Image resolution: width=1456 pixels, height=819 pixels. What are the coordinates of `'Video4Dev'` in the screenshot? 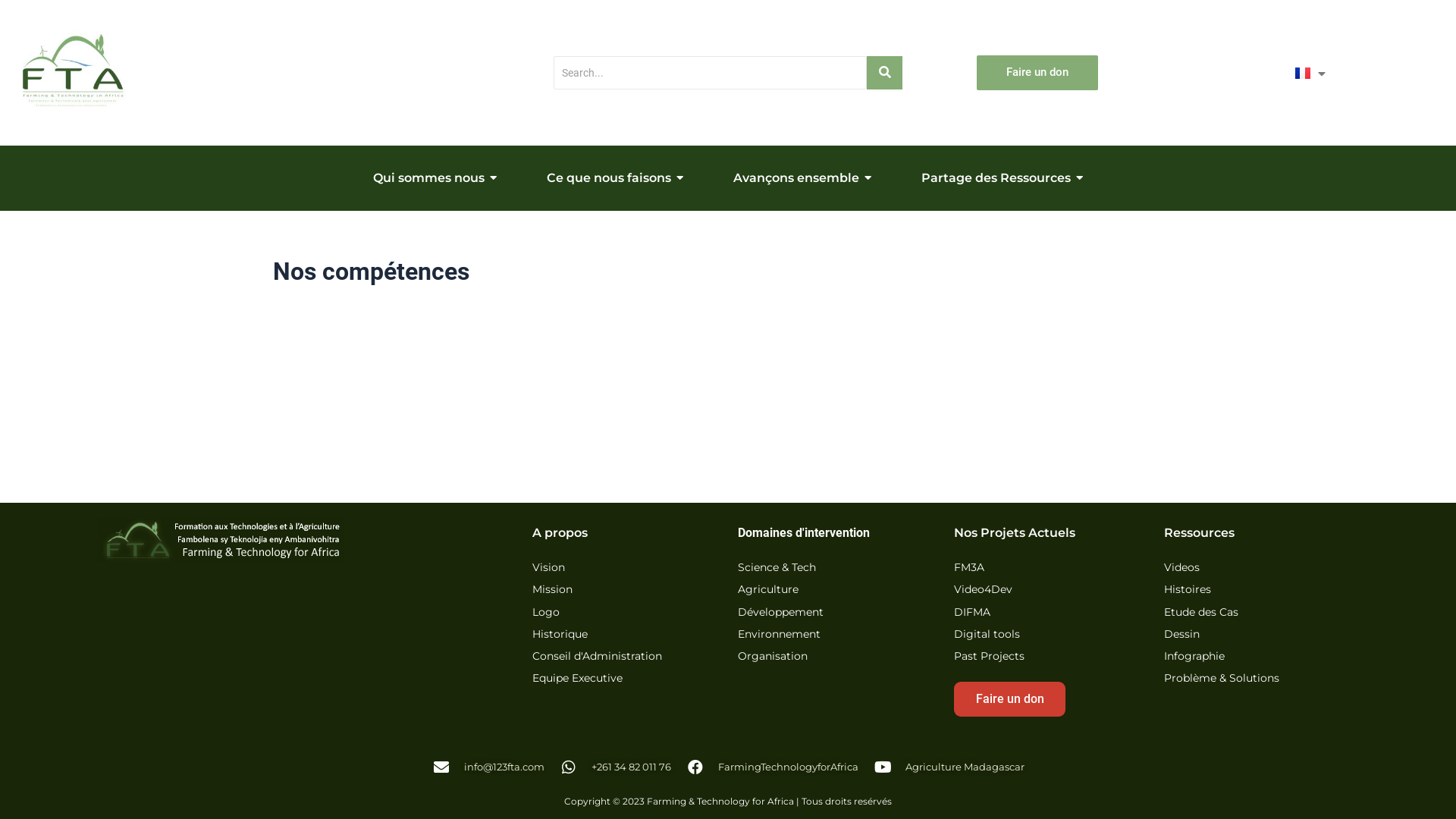 It's located at (983, 589).